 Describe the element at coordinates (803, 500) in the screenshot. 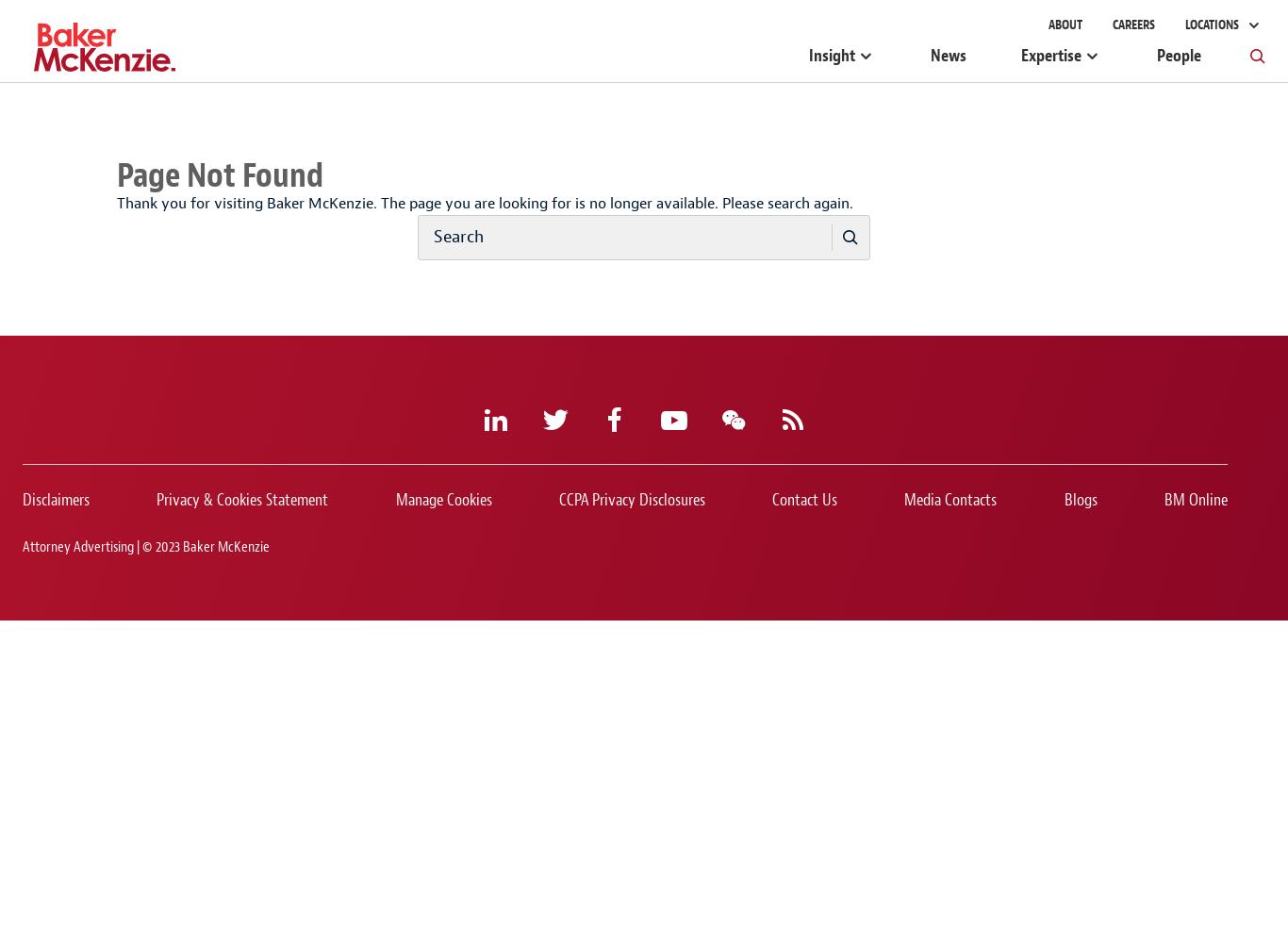

I see `'Contact Us'` at that location.